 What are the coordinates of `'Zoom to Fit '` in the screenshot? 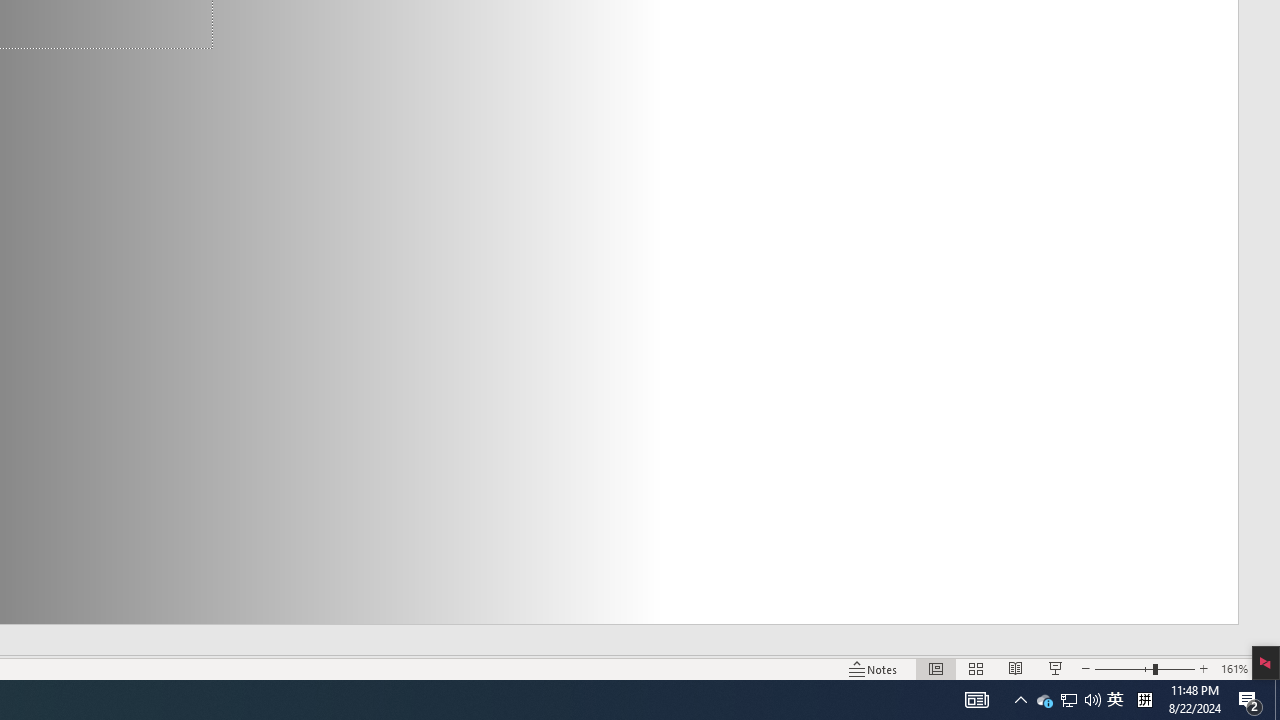 It's located at (1266, 669).